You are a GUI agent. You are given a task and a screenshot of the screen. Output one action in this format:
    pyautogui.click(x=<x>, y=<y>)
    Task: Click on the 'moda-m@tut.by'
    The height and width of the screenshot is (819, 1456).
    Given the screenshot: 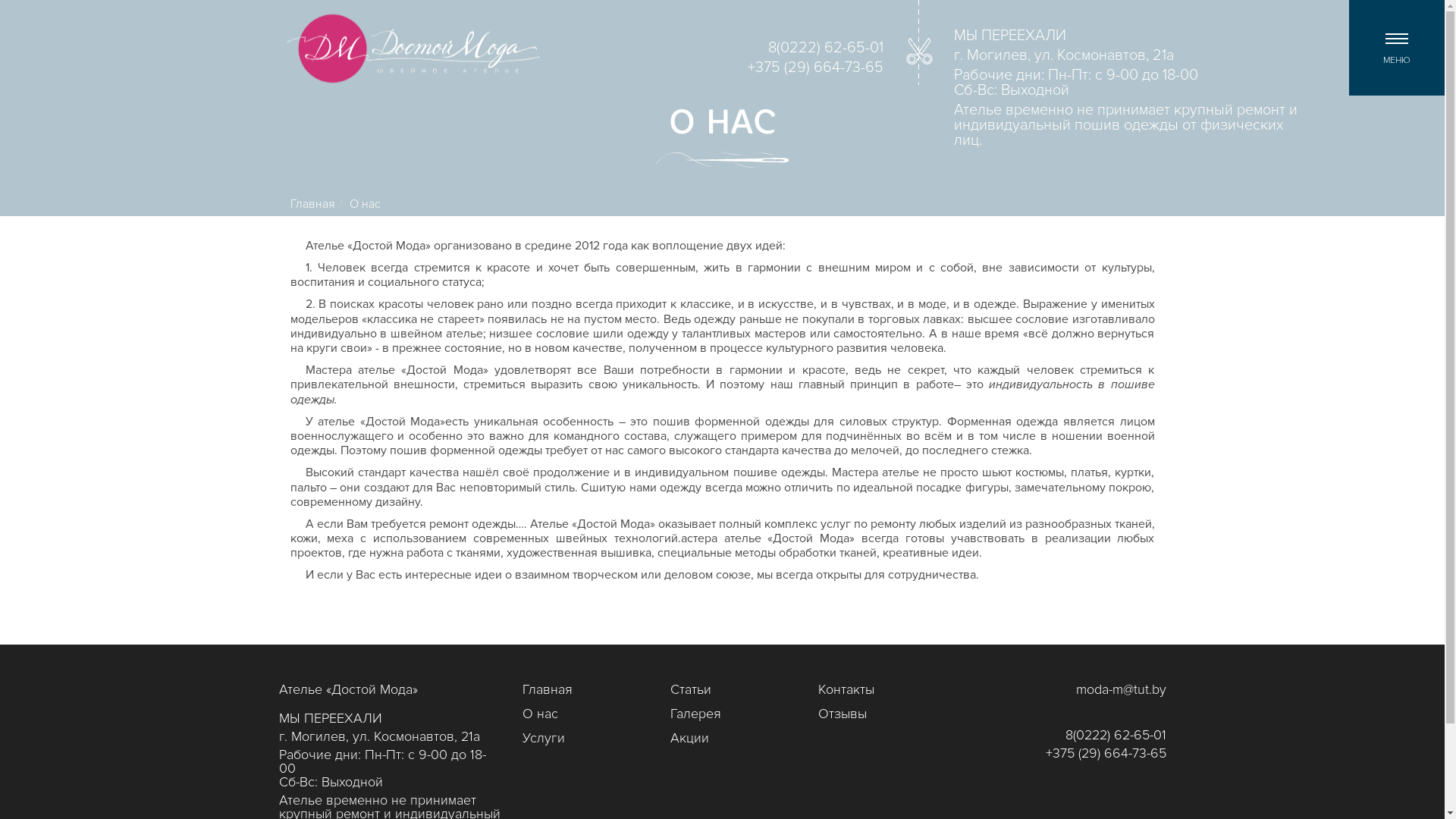 What is the action you would take?
    pyautogui.click(x=1120, y=690)
    